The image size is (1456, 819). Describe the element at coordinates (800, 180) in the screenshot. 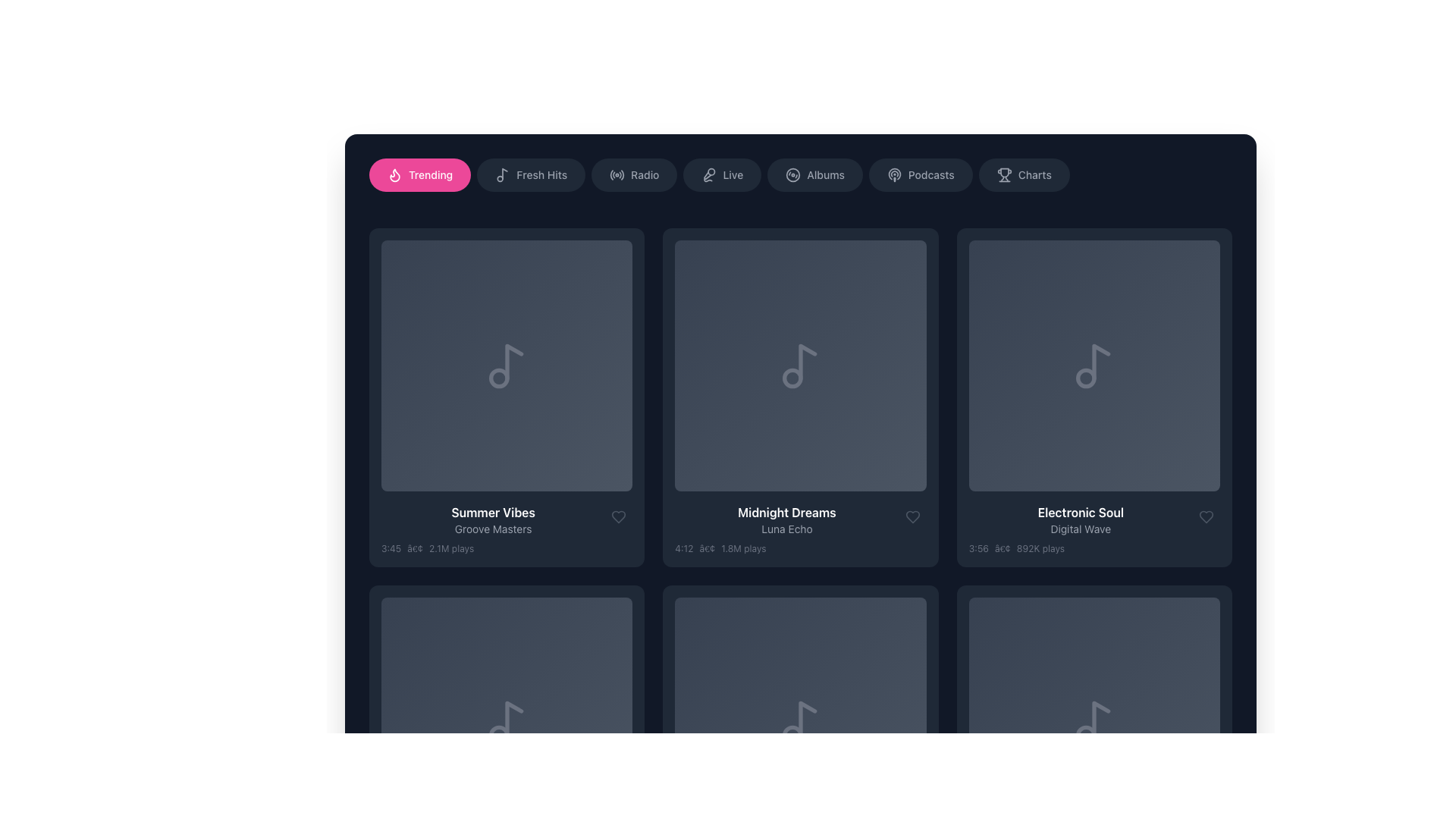

I see `the 'Albums' button, which is the fifth button from the left in the horizontal menu bar at the top of the interface` at that location.